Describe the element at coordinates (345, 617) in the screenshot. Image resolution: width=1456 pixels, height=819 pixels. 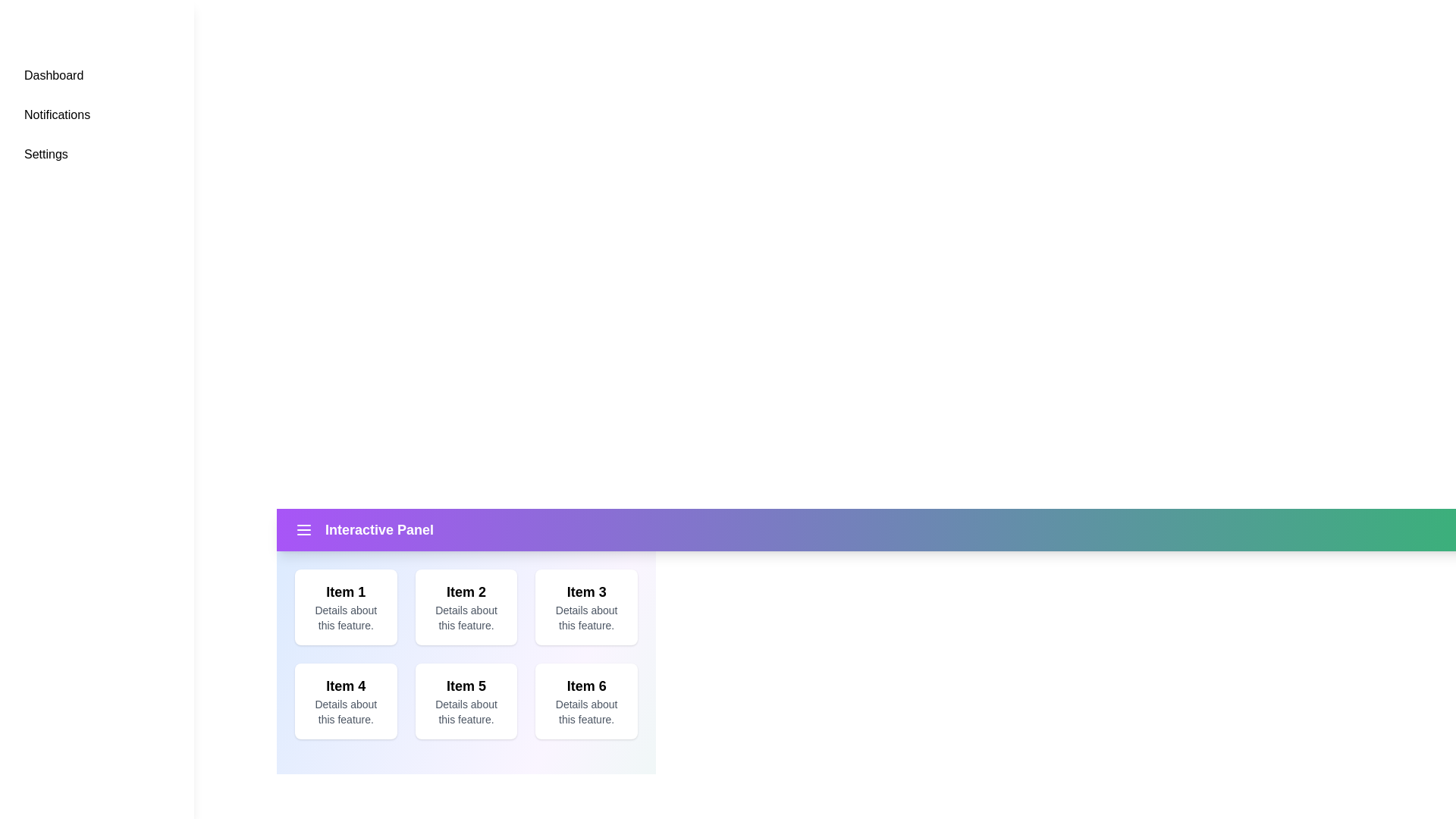
I see `descriptive text label located in the second line of the 'Item 1' card, positioned in the top-left corner of the grid layout` at that location.